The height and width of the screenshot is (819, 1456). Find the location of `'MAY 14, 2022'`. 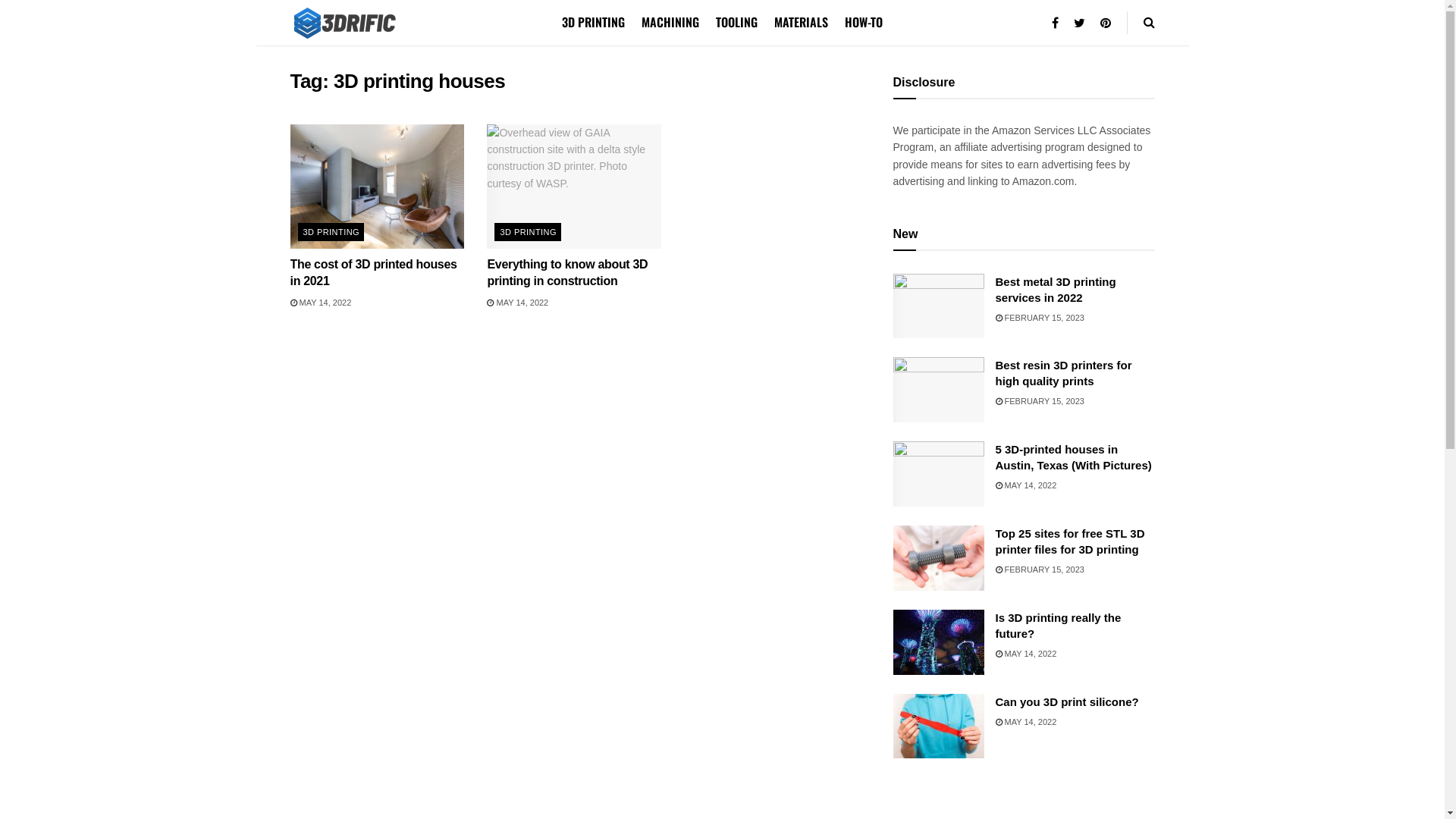

'MAY 14, 2022' is located at coordinates (1025, 652).